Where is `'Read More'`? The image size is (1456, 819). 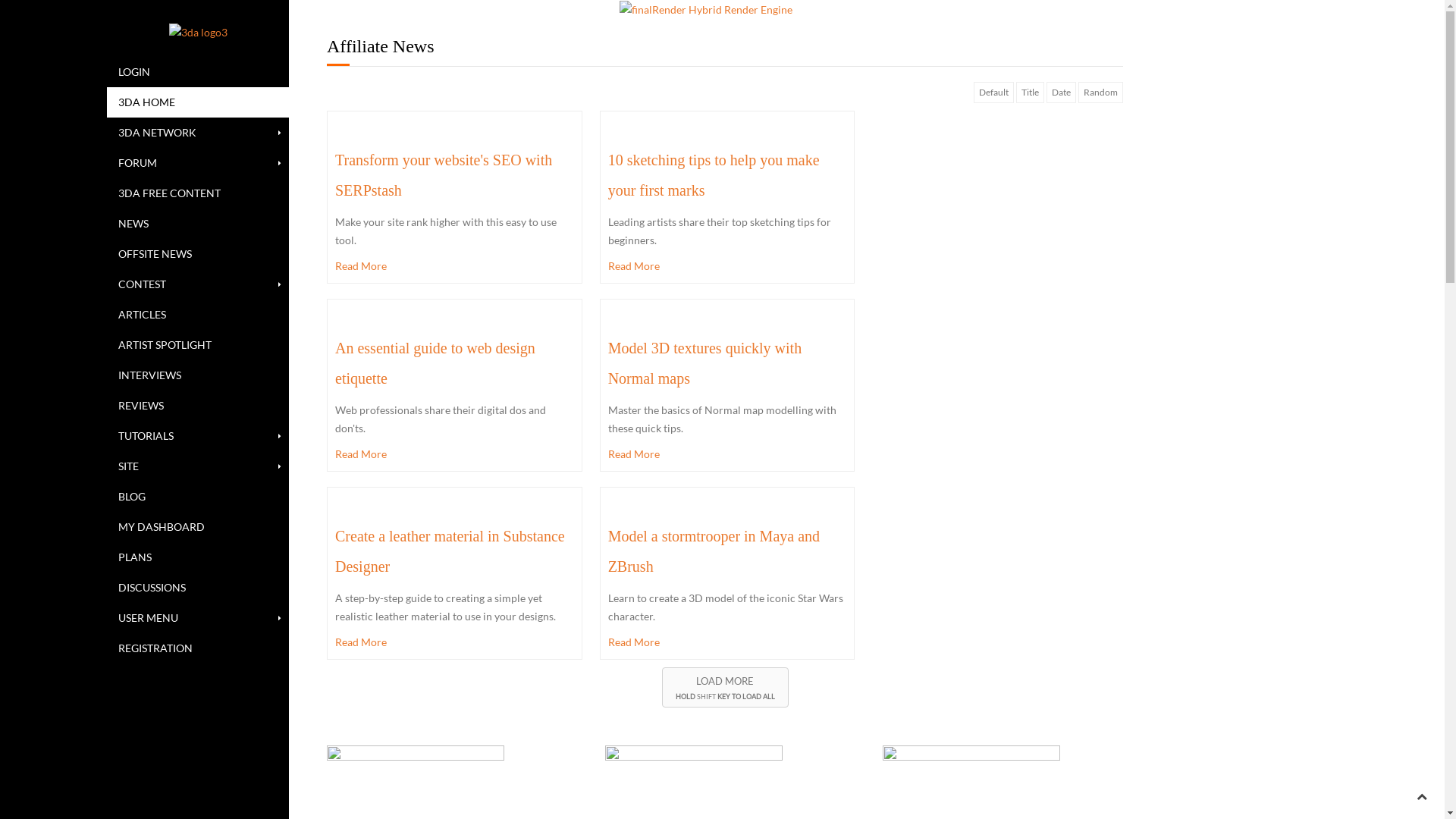
'Read More' is located at coordinates (726, 265).